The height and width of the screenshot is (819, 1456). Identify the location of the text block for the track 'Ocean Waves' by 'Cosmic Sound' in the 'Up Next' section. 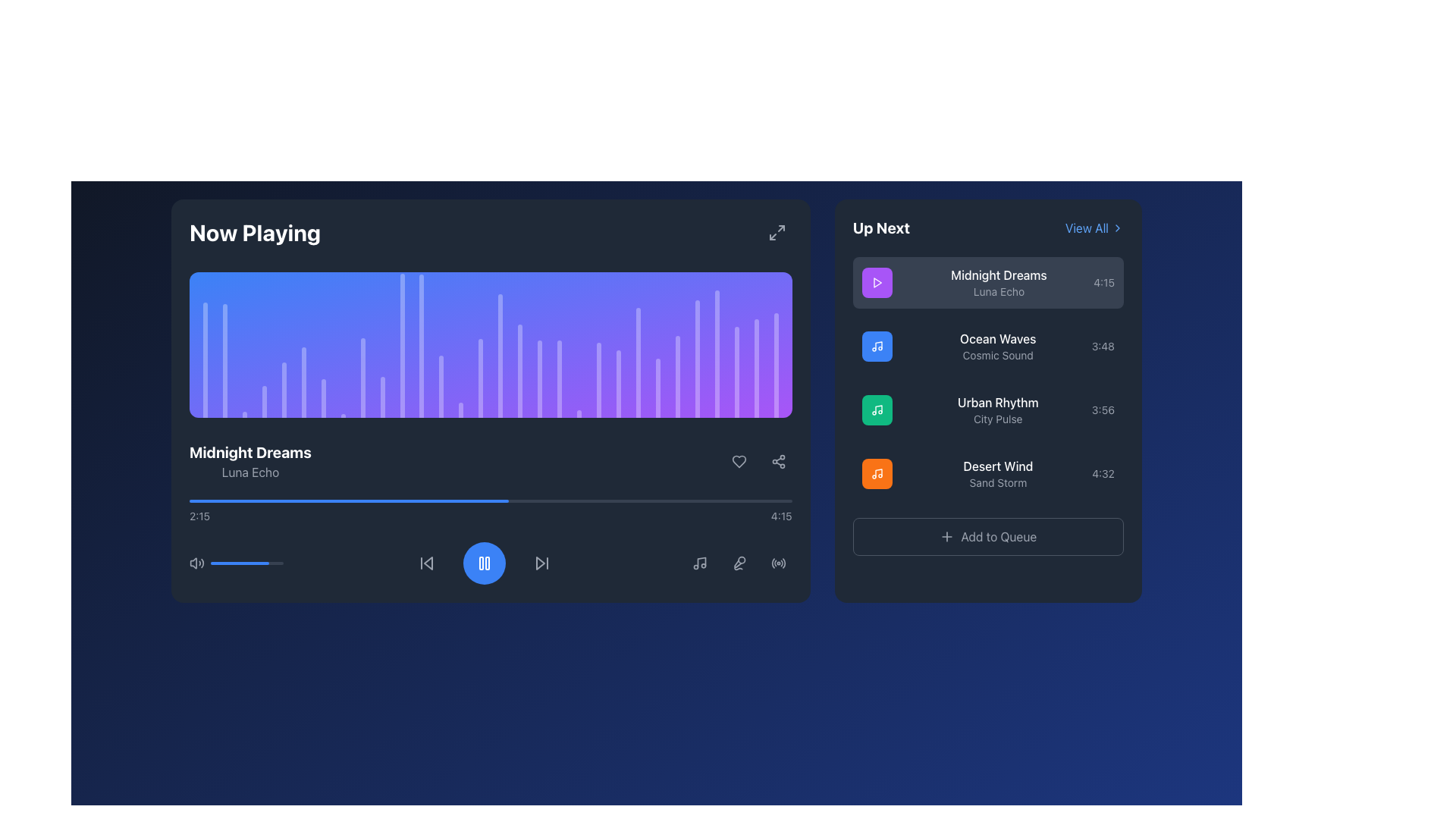
(998, 346).